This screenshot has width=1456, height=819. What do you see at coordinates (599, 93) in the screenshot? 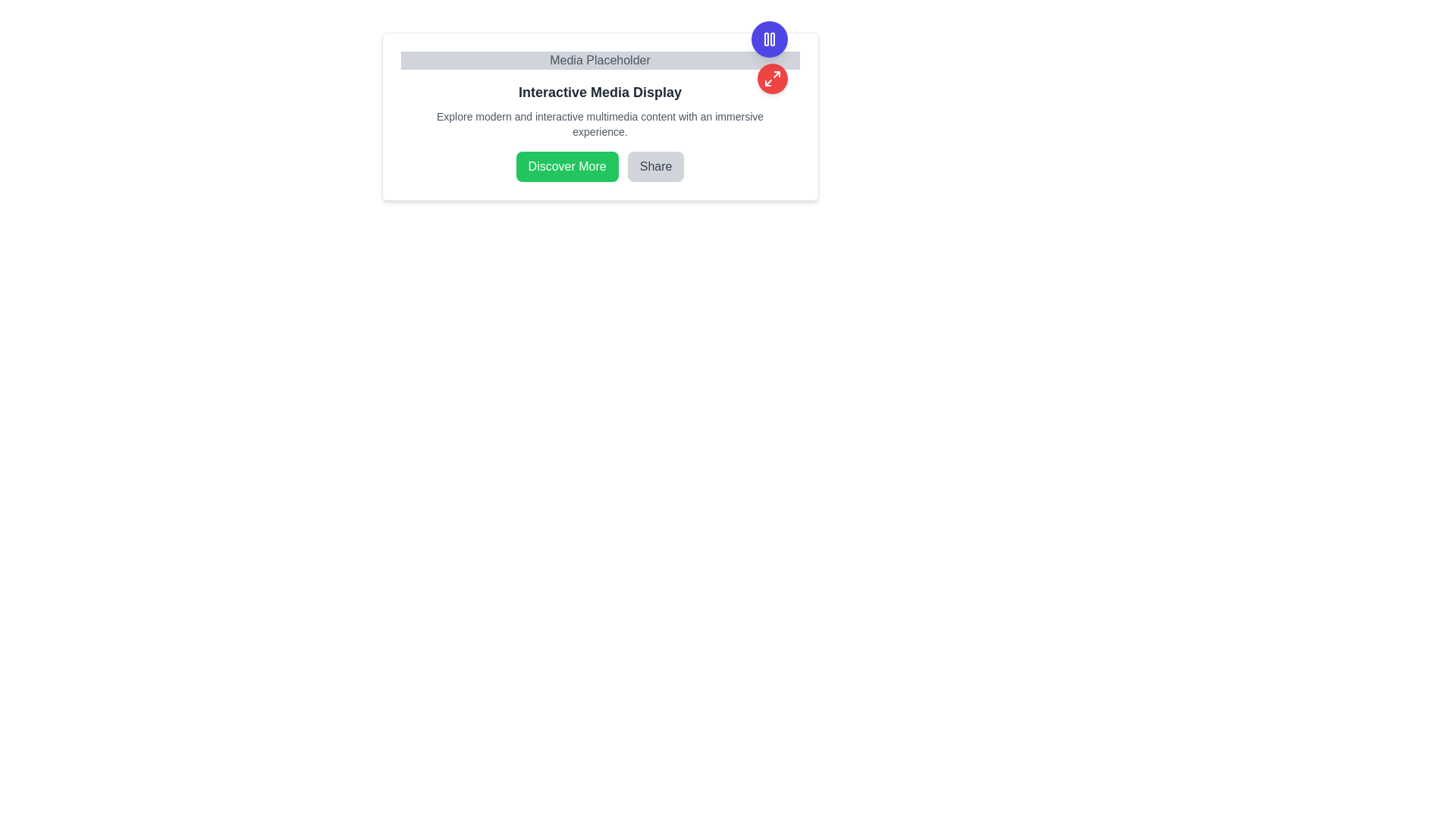
I see `displayed title 'Interactive Media Display' which is bold, large, and centered, positioned within a white background below 'Media Placeholder'` at bounding box center [599, 93].